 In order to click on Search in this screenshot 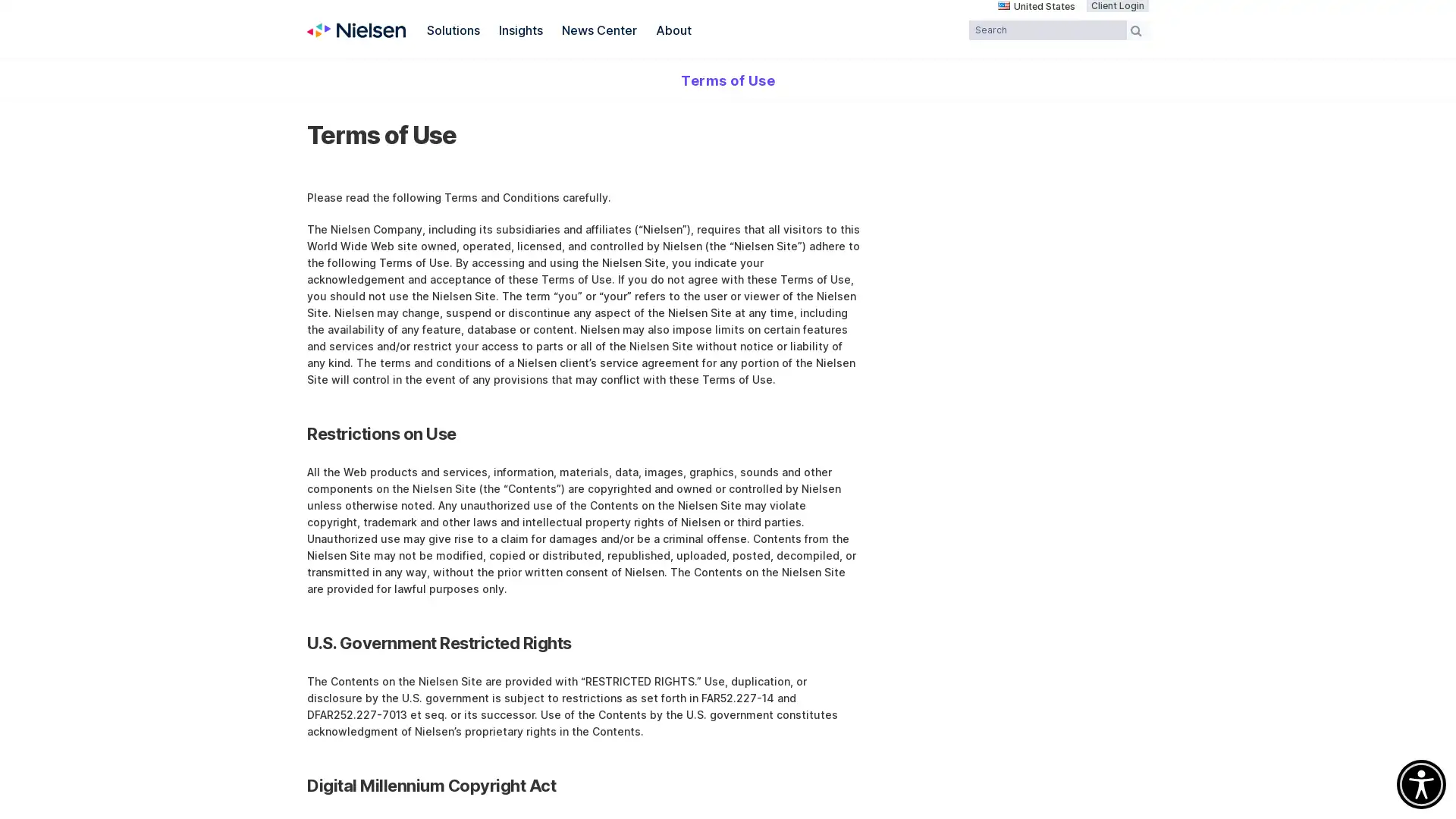, I will do `click(1137, 30)`.